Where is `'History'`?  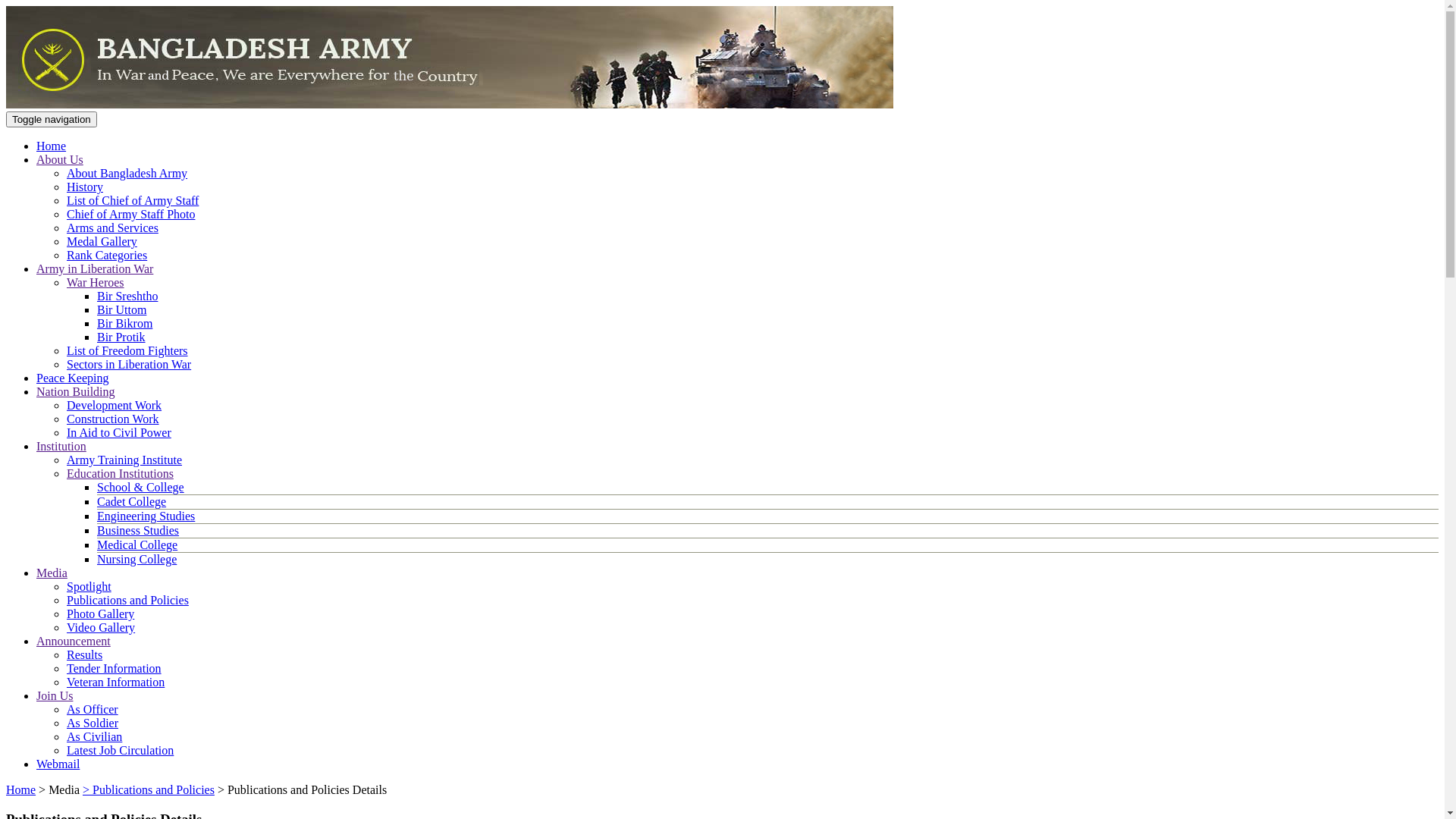 'History' is located at coordinates (65, 186).